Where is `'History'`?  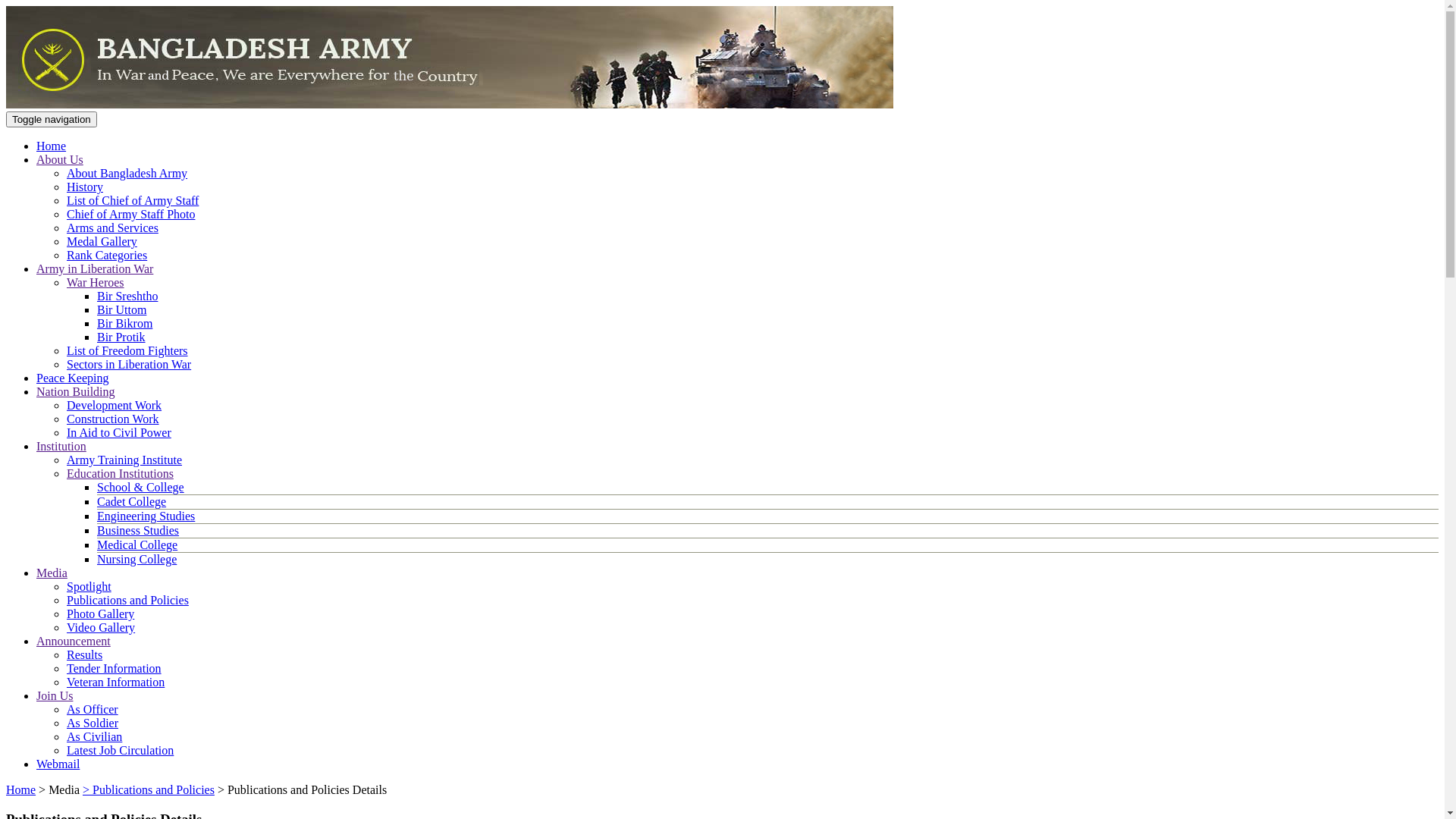 'History' is located at coordinates (65, 186).